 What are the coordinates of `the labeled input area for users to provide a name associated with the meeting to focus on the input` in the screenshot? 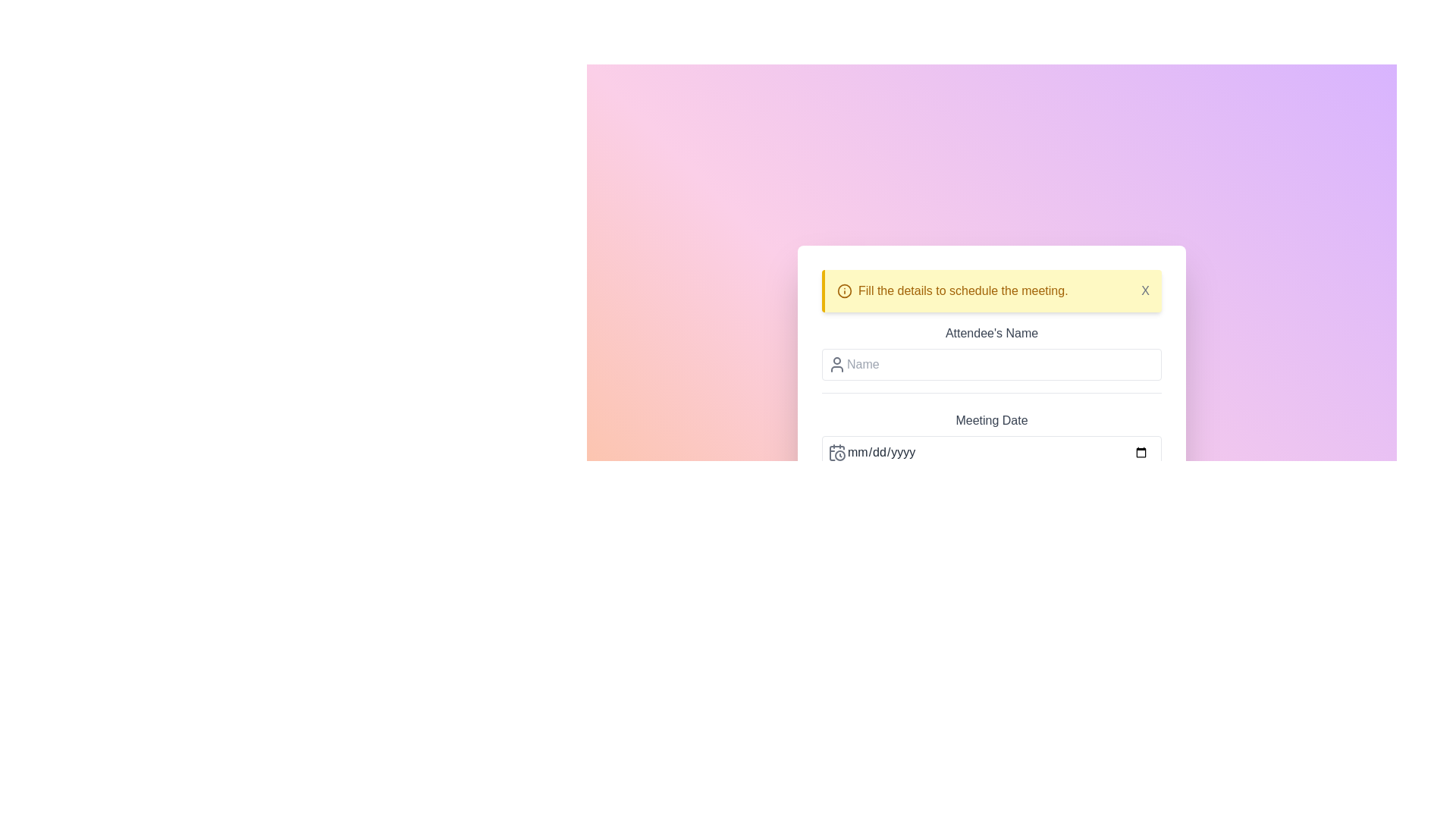 It's located at (992, 359).